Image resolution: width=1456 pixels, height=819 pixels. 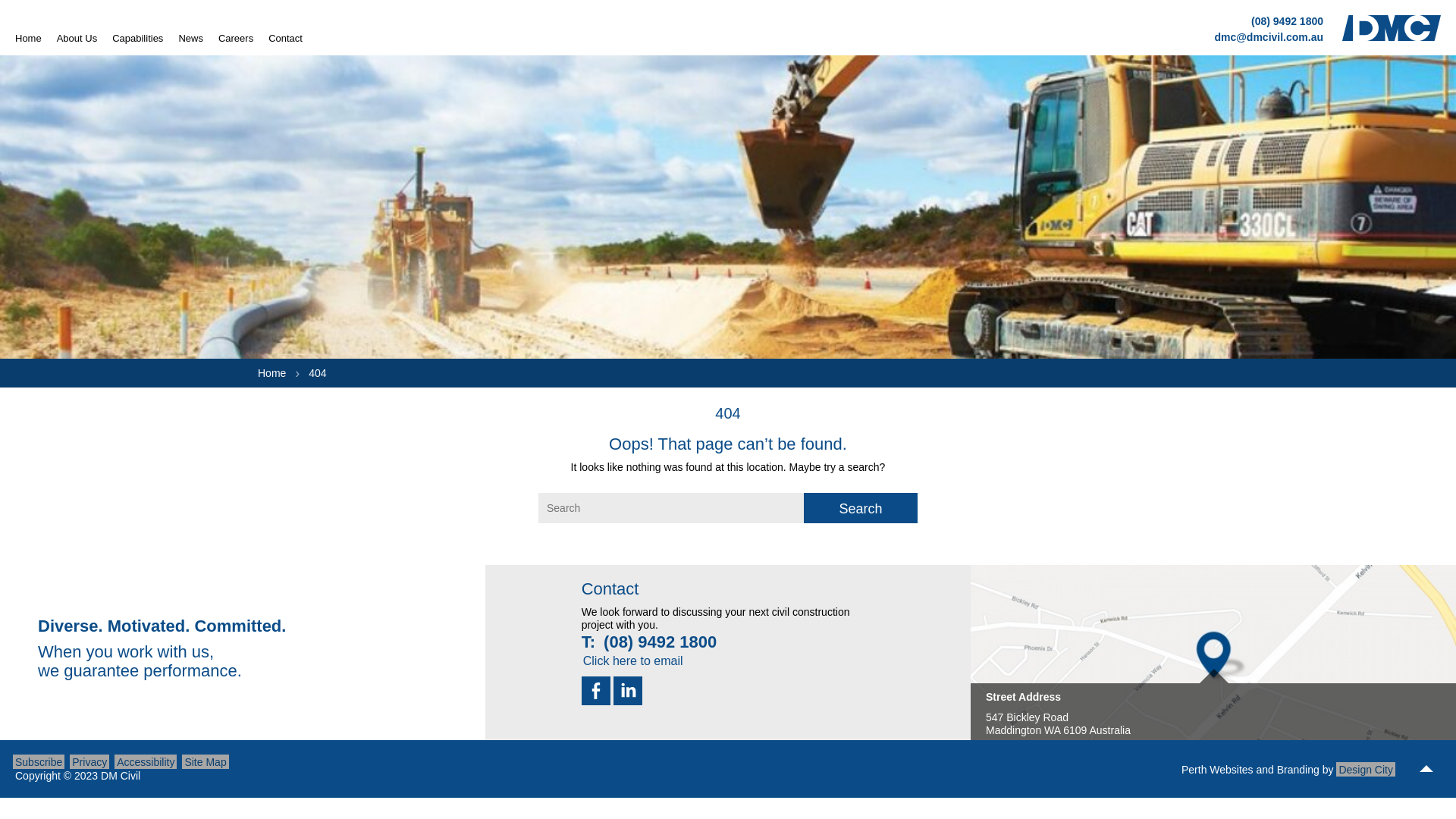 I want to click on 'Home', so click(x=271, y=373).